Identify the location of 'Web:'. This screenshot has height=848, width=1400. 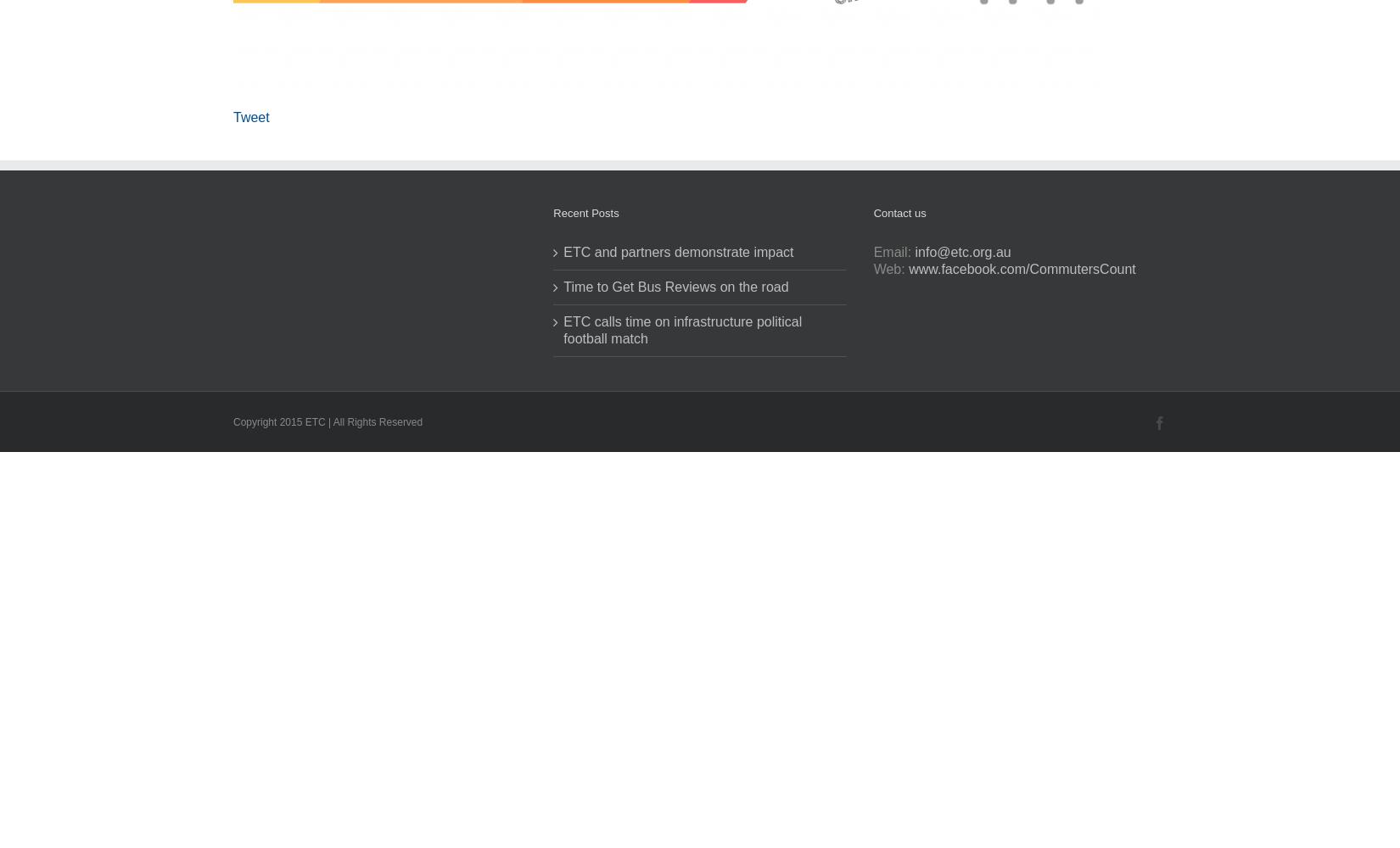
(891, 268).